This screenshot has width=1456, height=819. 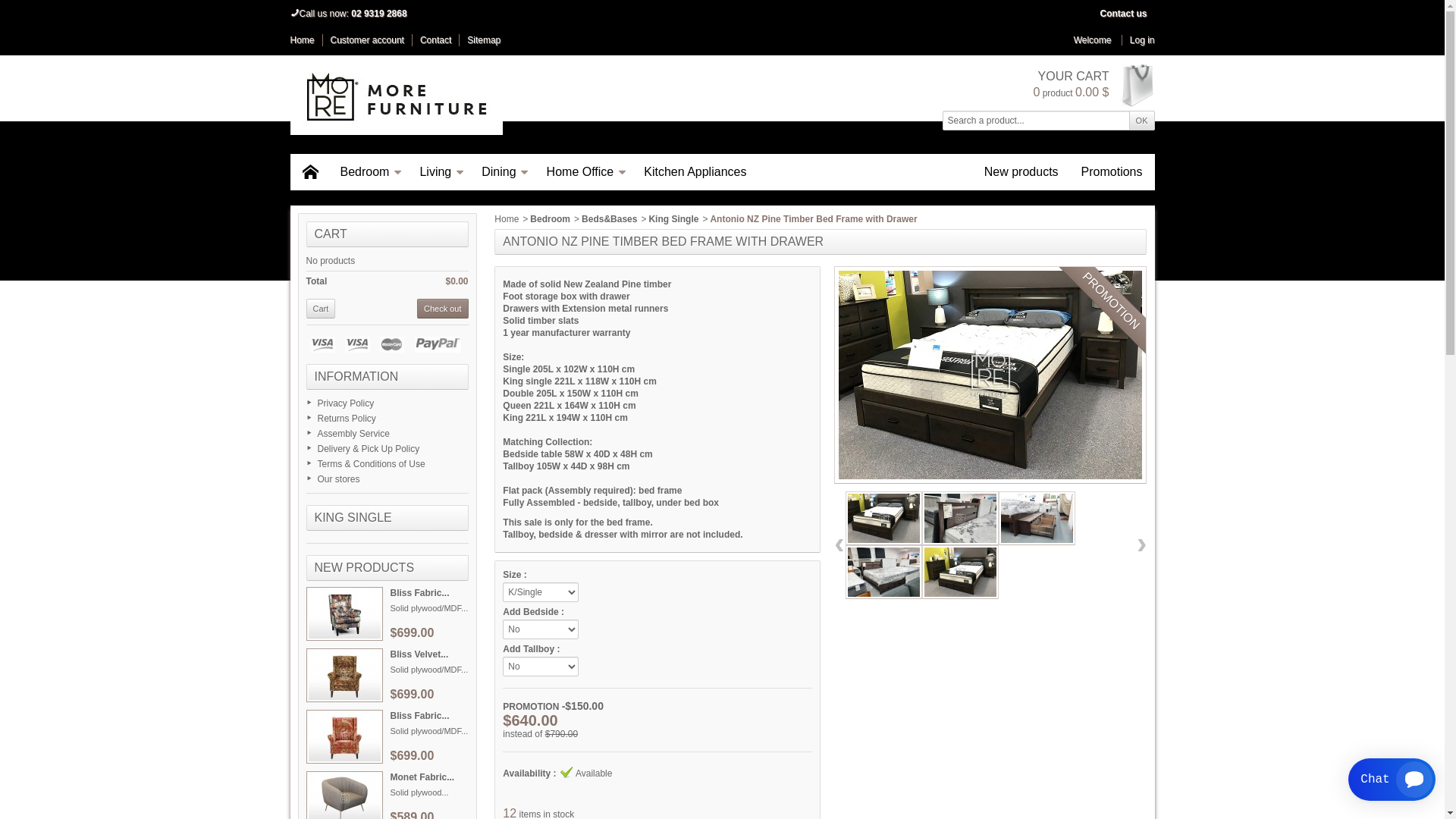 I want to click on 'Contact', so click(x=435, y=39).